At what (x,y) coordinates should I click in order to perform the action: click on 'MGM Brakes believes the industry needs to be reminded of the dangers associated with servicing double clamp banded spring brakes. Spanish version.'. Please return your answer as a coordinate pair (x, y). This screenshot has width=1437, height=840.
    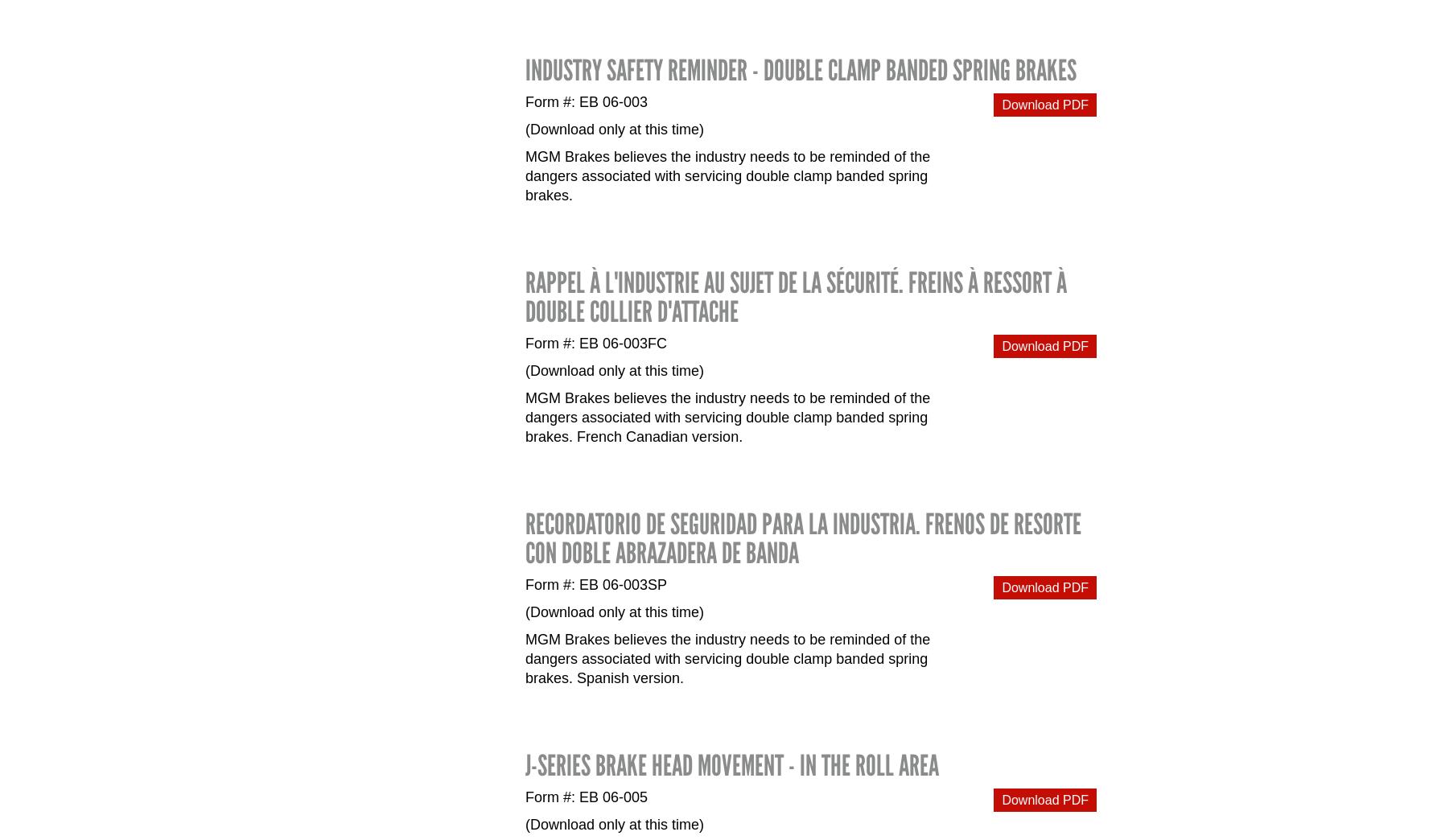
    Looking at the image, I should click on (727, 657).